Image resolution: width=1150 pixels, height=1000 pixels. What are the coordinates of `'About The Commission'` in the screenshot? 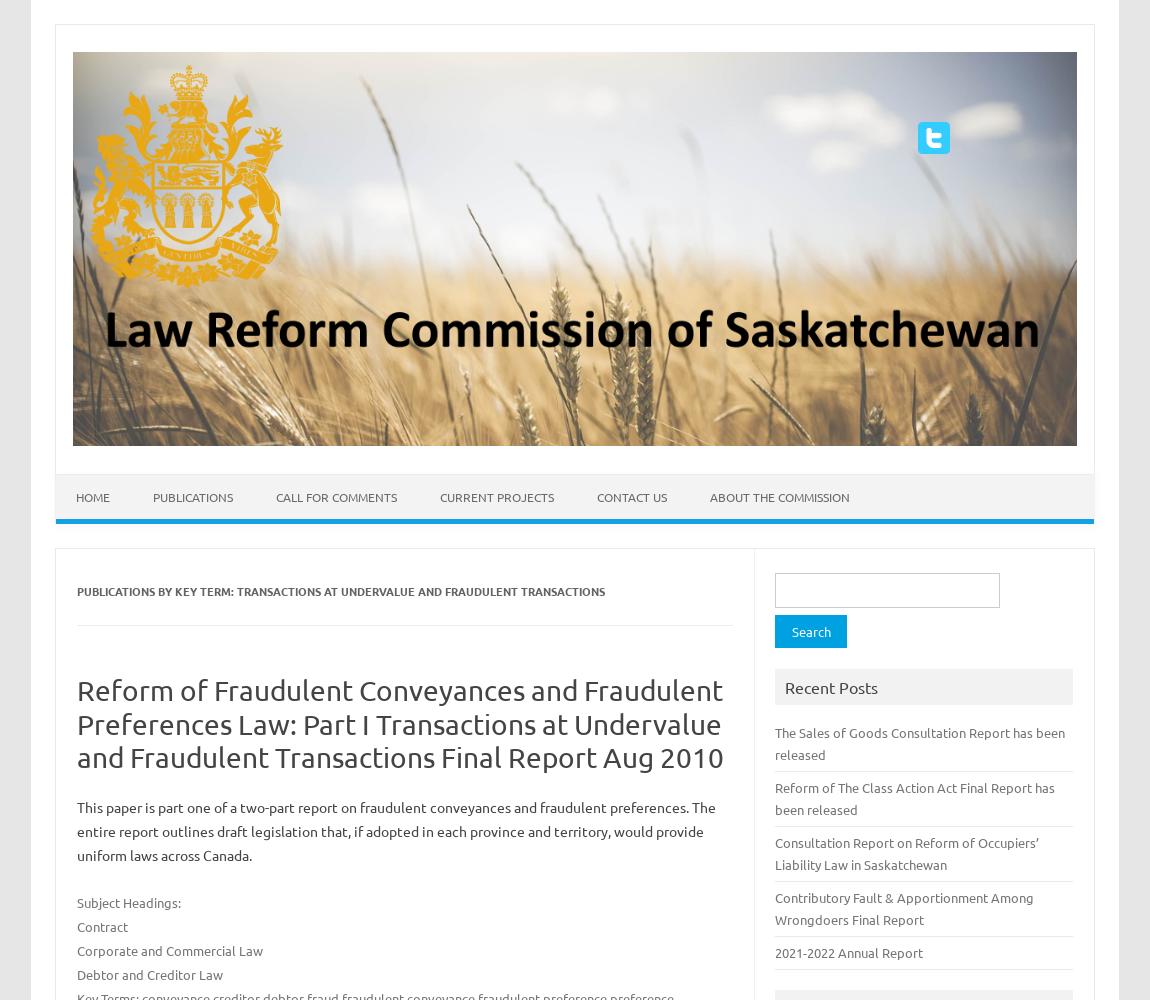 It's located at (779, 495).